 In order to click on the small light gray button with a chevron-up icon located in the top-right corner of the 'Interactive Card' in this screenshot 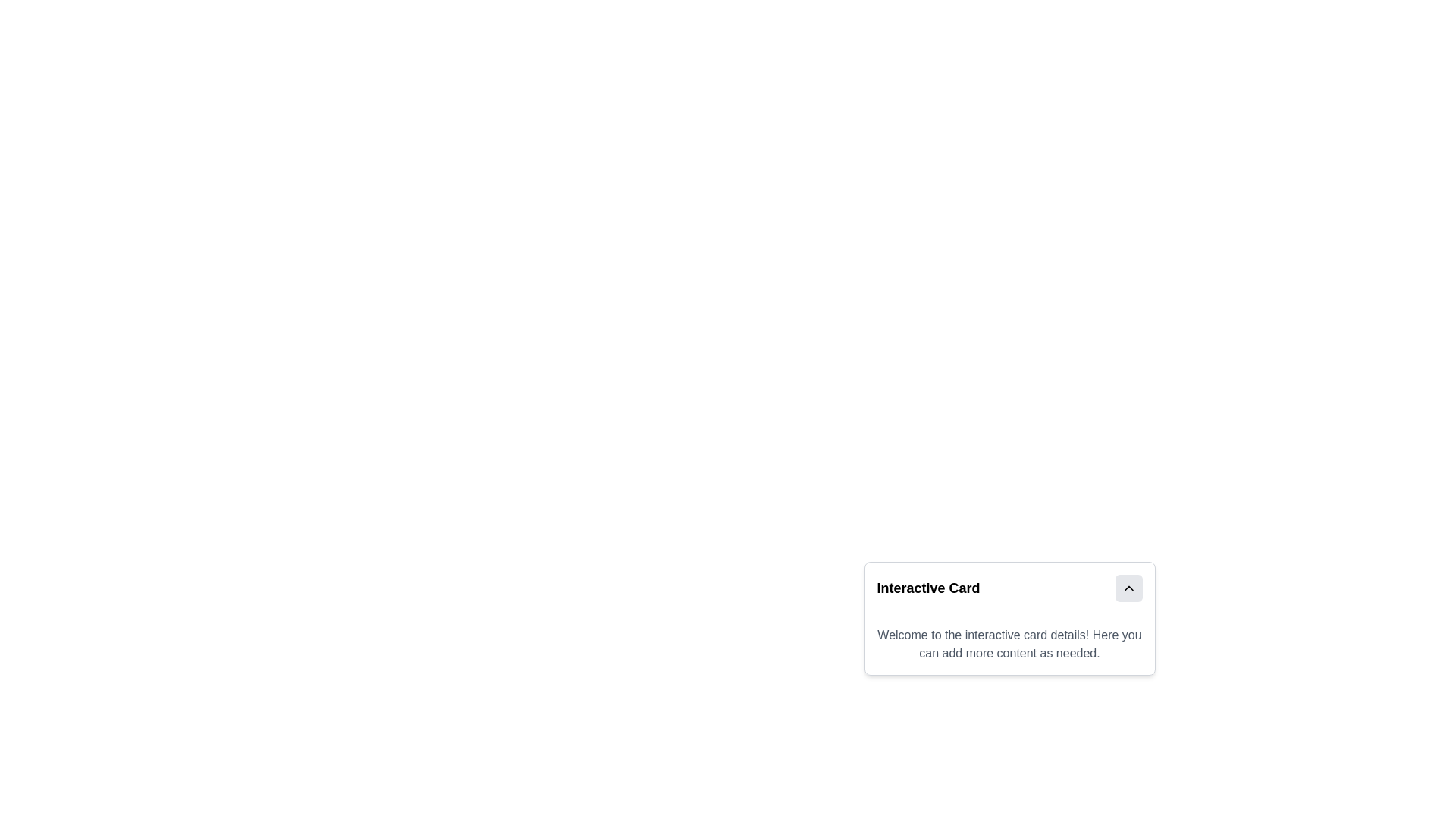, I will do `click(1128, 587)`.